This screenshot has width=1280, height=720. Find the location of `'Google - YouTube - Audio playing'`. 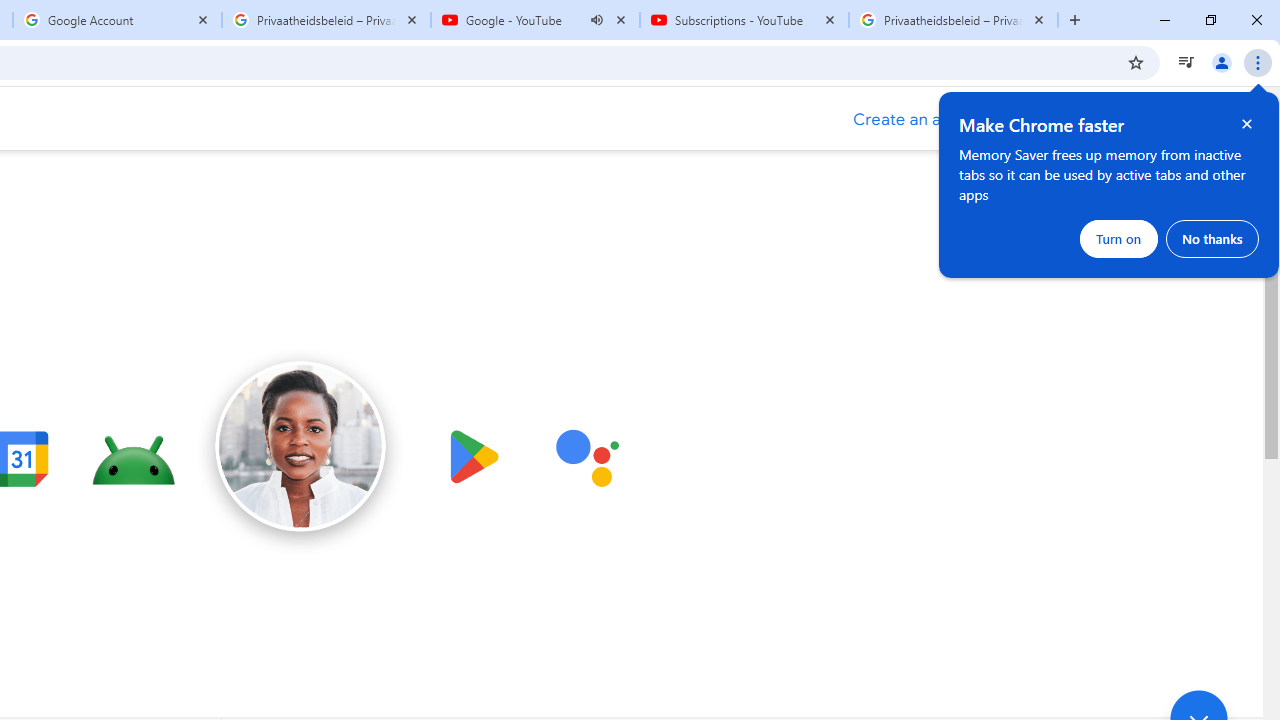

'Google - YouTube - Audio playing' is located at coordinates (535, 20).